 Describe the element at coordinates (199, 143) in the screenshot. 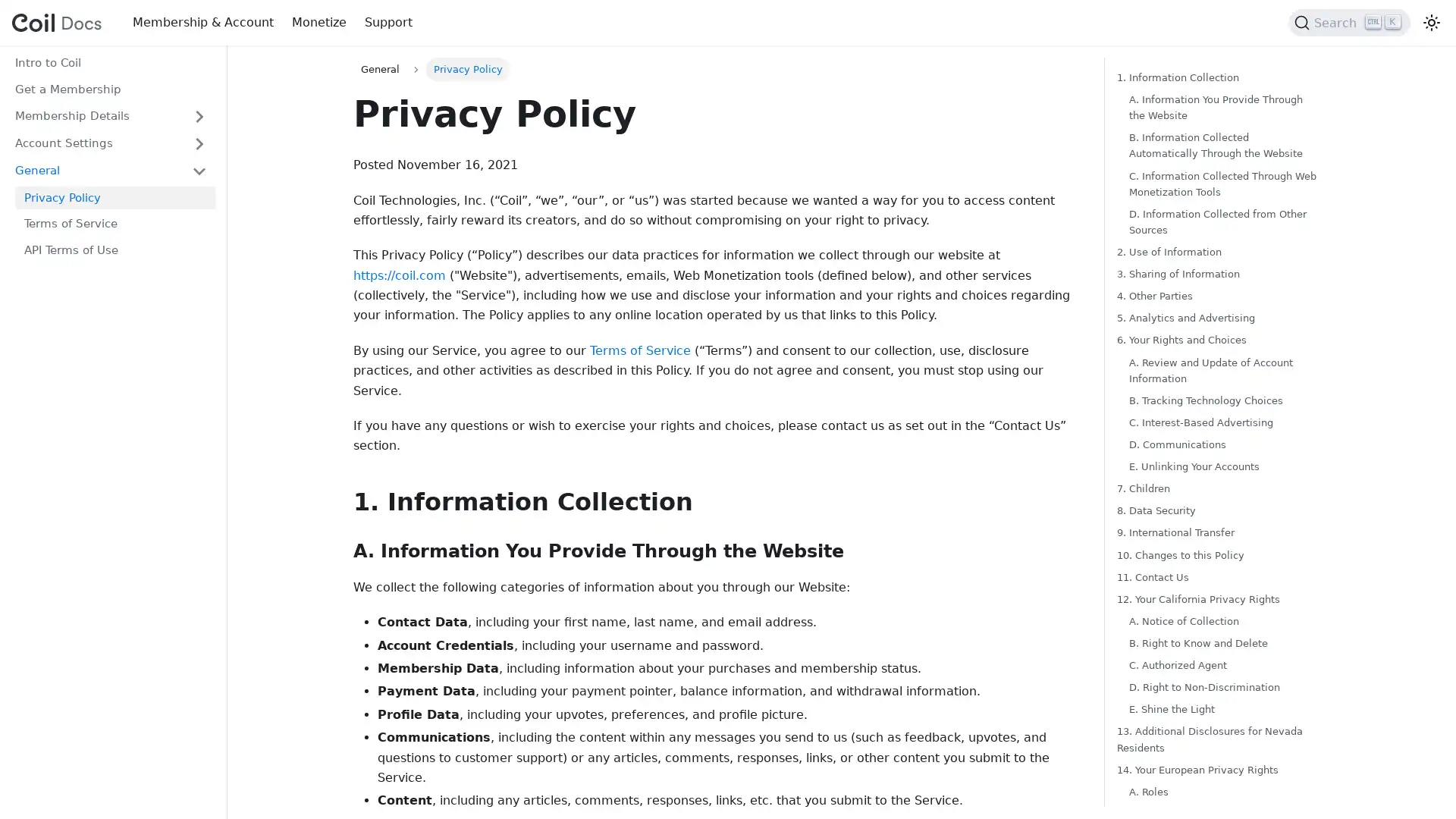

I see `Toggle the collapsible sidebar category 'Account Settings'` at that location.